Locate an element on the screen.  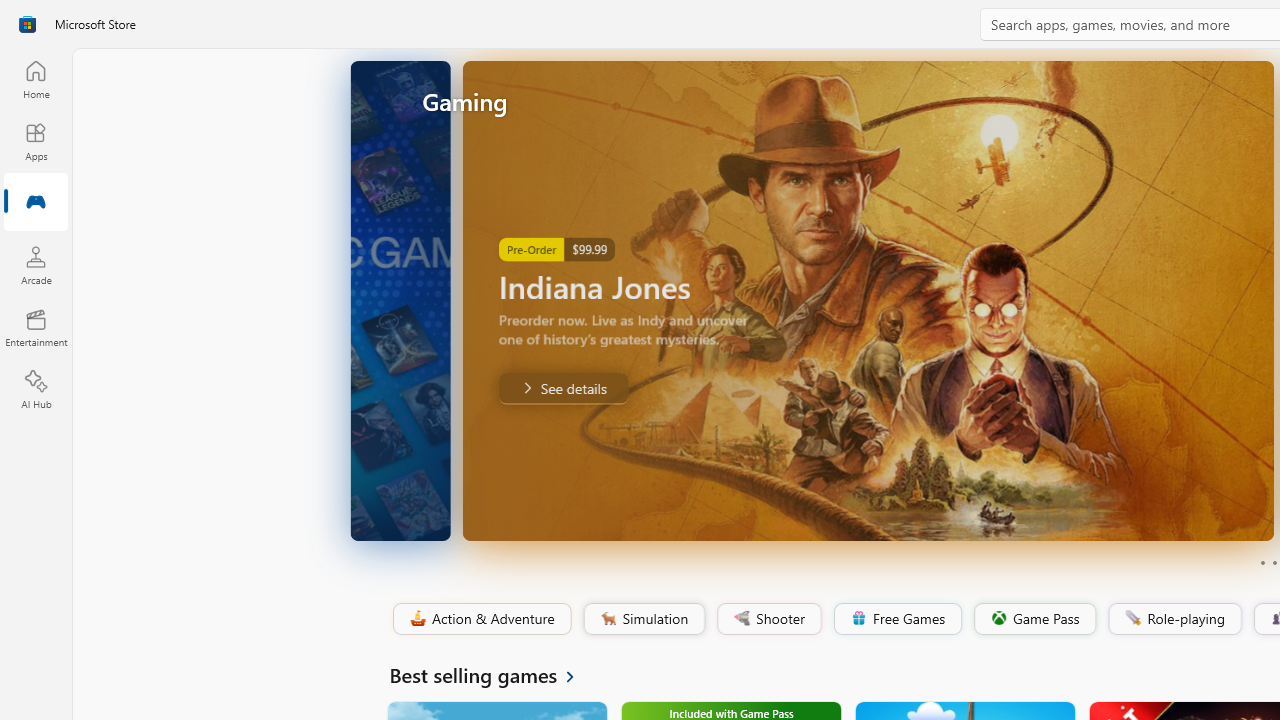
'Class: Image' is located at coordinates (1132, 616).